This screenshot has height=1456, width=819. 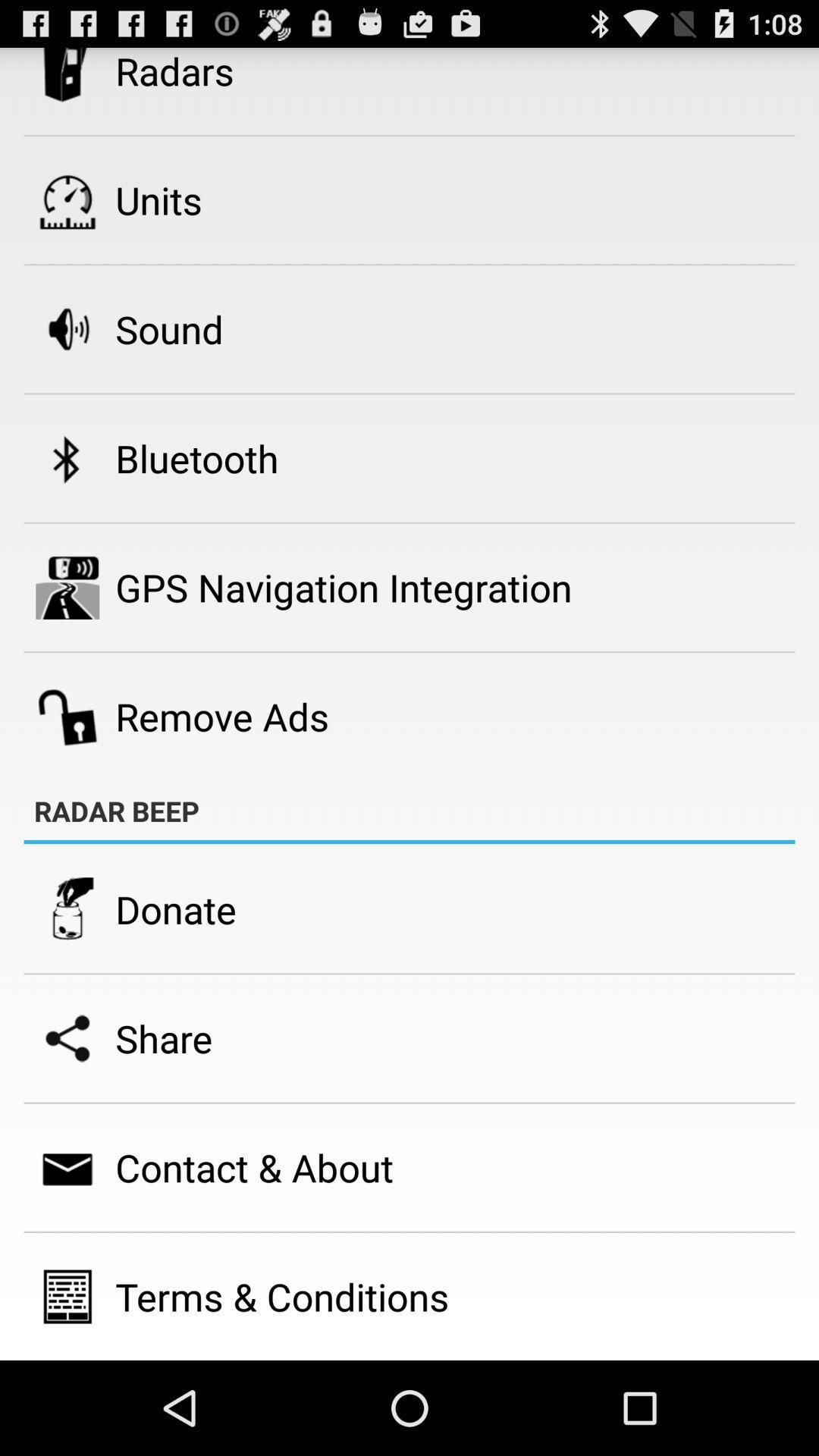 What do you see at coordinates (158, 199) in the screenshot?
I see `the icon below radars item` at bounding box center [158, 199].